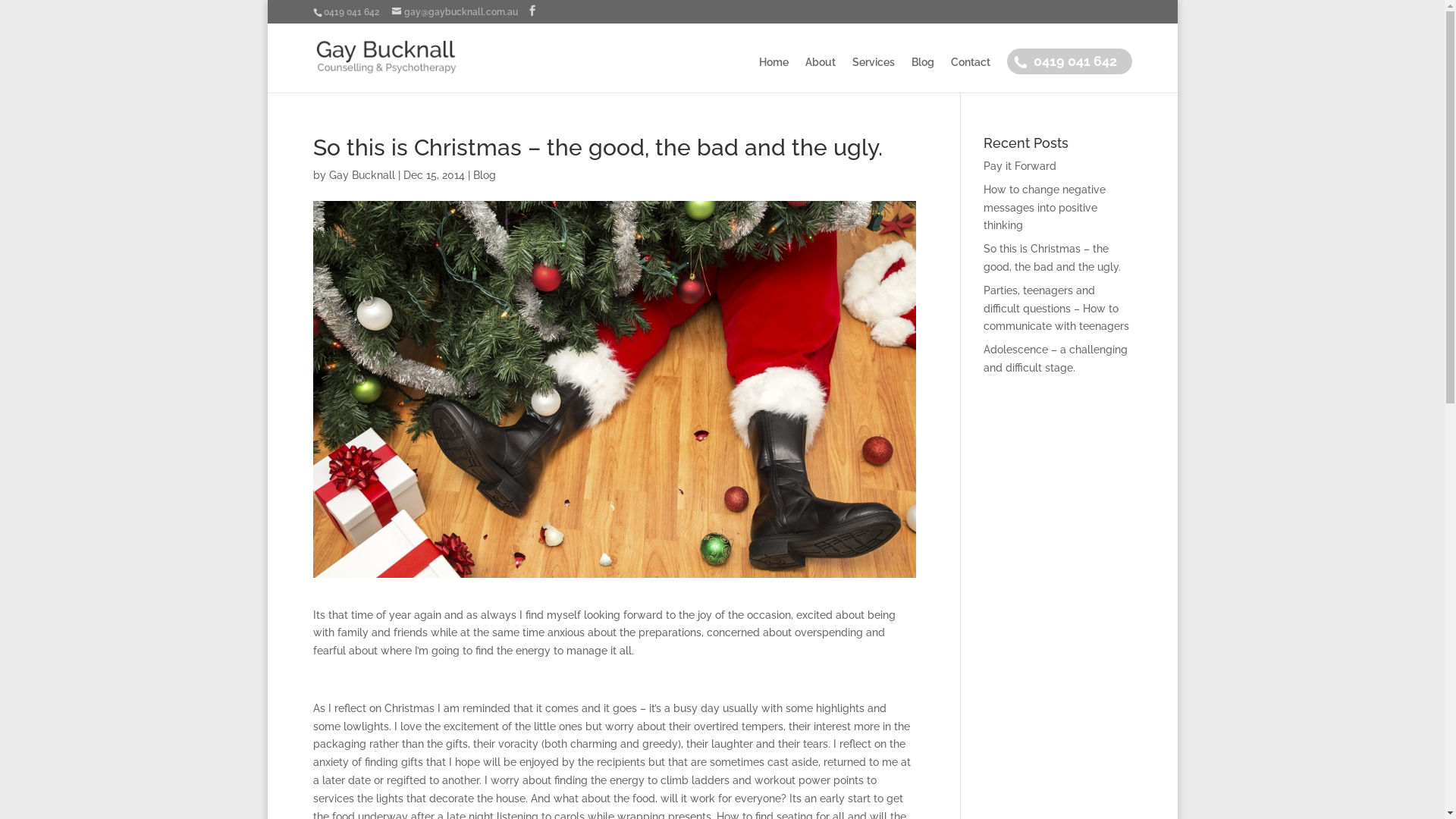 The width and height of the screenshot is (1456, 819). I want to click on 'How to change negative messages into positive thinking', so click(1043, 207).